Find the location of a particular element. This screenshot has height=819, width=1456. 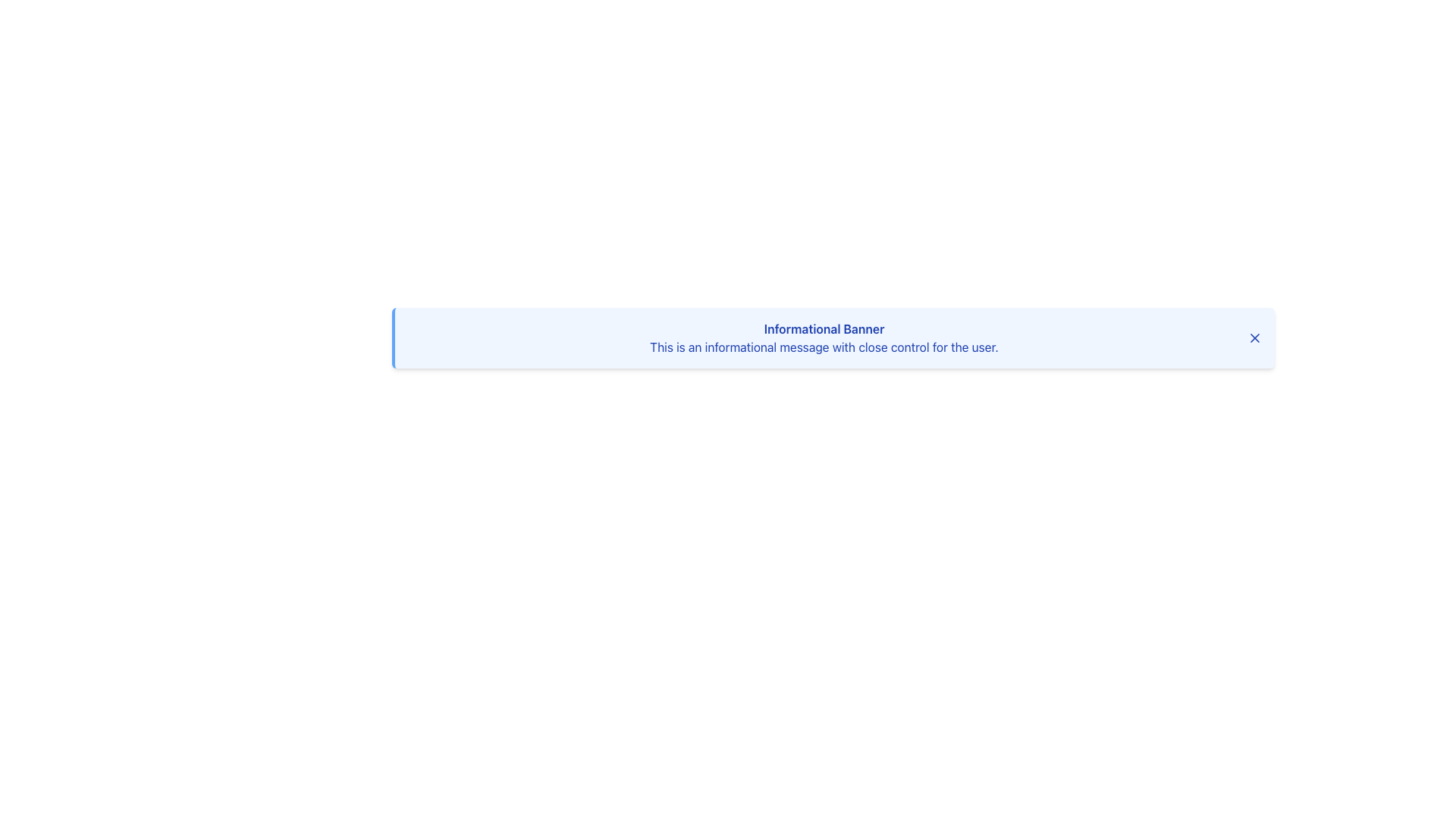

the close button represented by a blue 'X' icon located in the top-right corner of the informational banner is located at coordinates (1255, 337).